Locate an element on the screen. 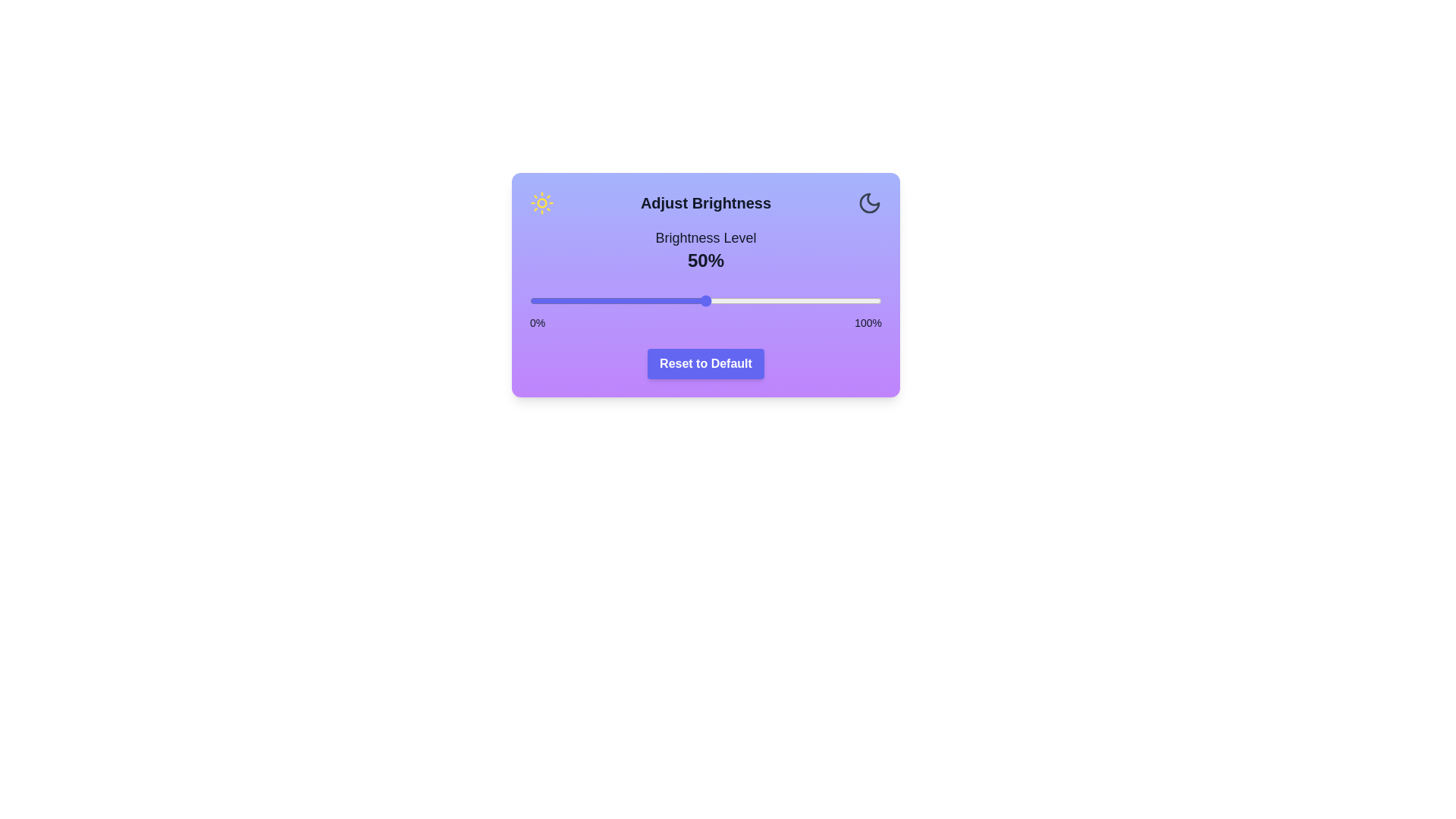  'Reset to Default' button to reset the brightness is located at coordinates (704, 363).